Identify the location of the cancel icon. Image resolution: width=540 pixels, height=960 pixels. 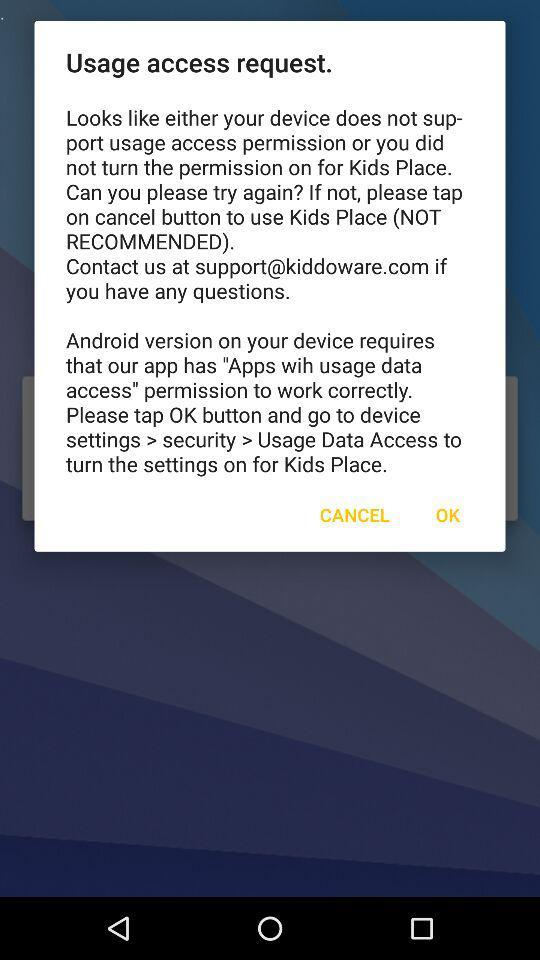
(353, 513).